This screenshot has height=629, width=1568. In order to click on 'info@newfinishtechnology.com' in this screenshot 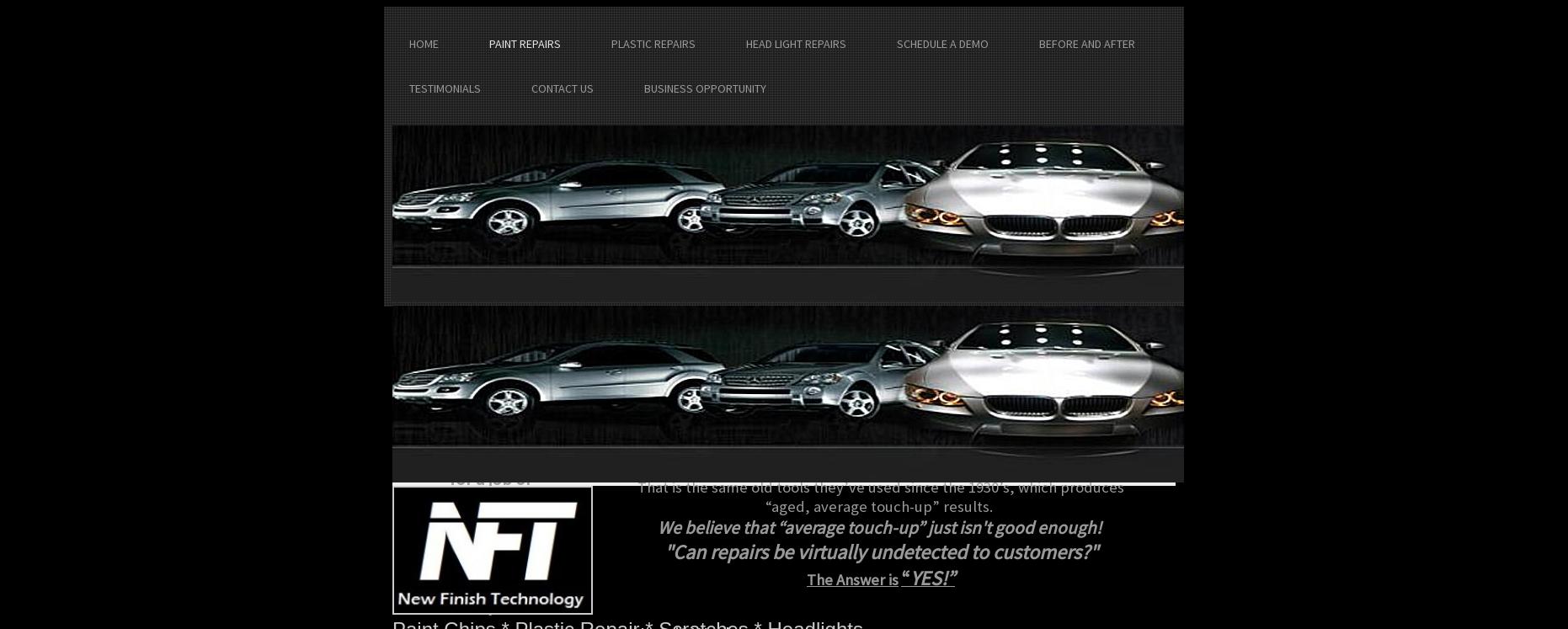, I will do `click(483, 422)`.